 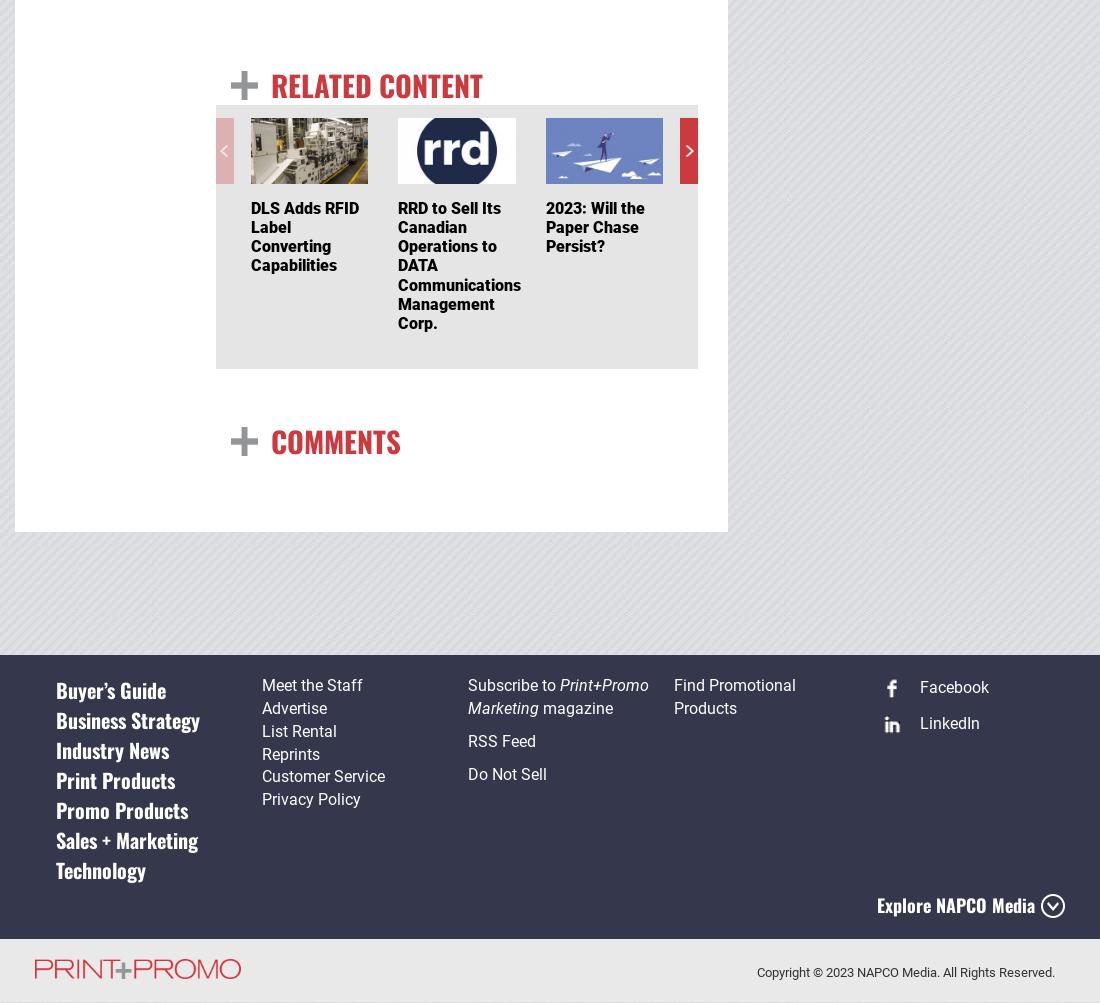 I want to click on 'Technology', so click(x=99, y=870).